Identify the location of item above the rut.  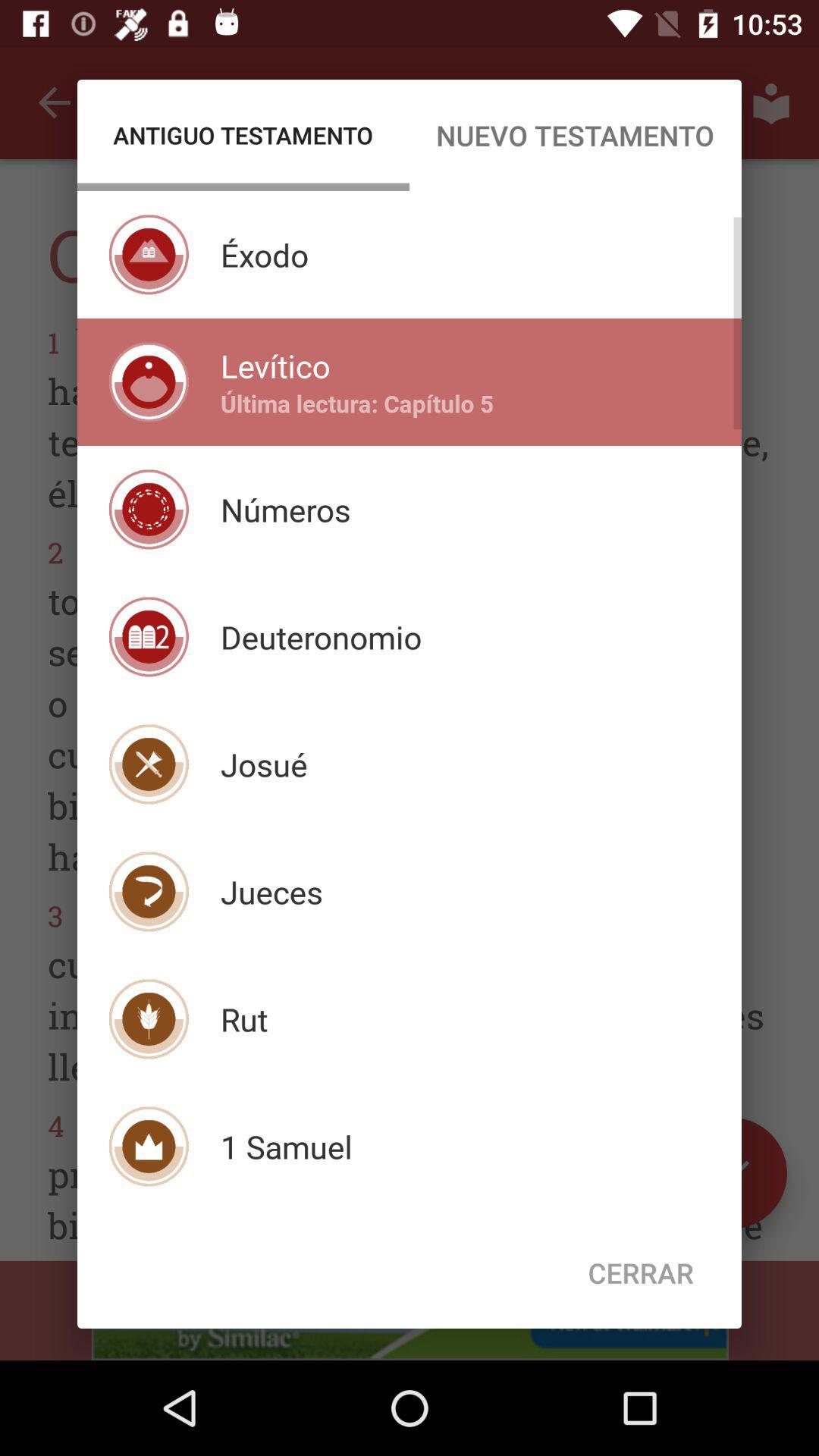
(271, 892).